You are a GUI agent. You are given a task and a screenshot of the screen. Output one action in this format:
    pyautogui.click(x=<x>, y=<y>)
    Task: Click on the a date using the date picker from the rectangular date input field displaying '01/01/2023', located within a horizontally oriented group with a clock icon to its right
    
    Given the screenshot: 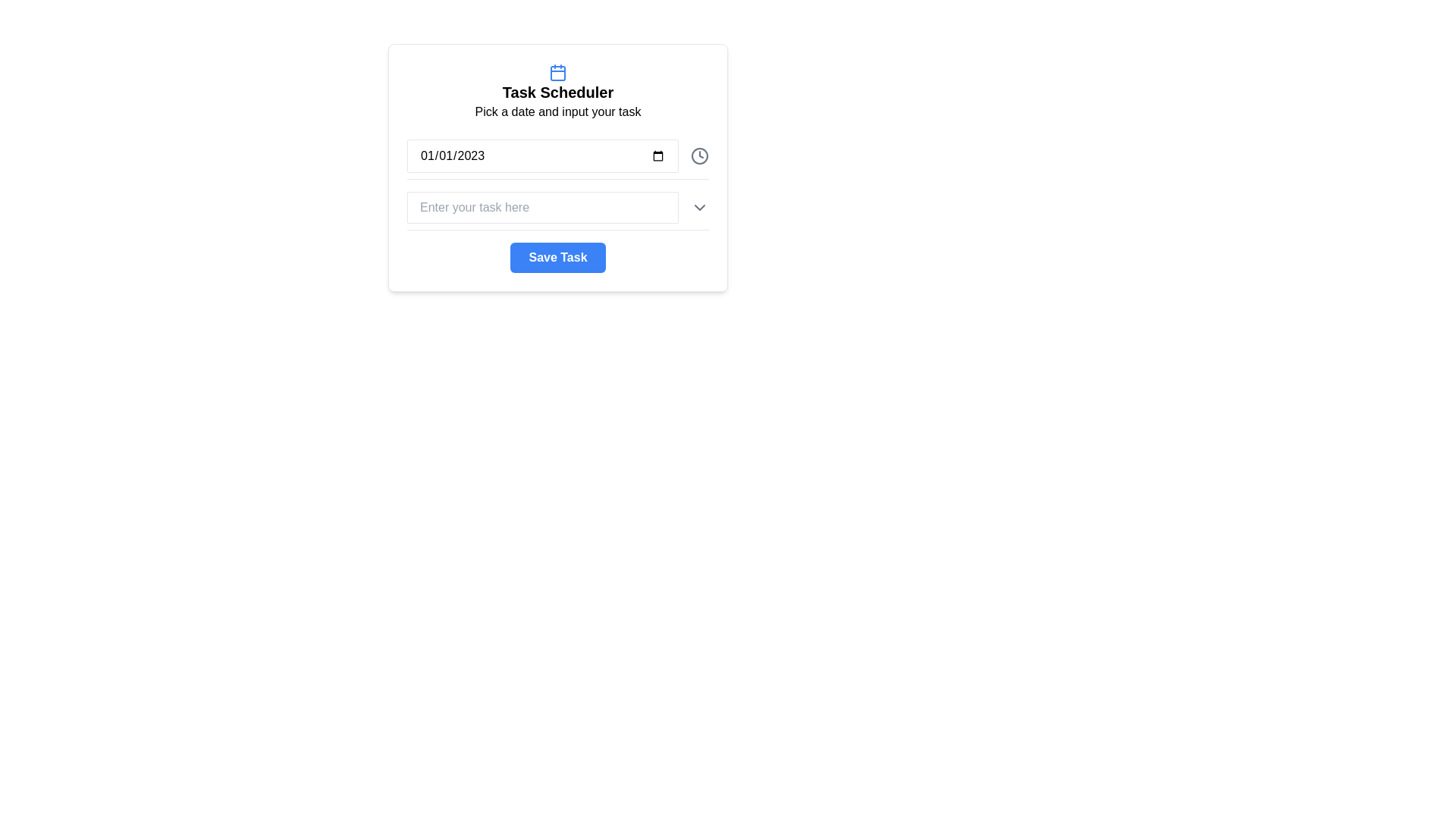 What is the action you would take?
    pyautogui.click(x=542, y=155)
    